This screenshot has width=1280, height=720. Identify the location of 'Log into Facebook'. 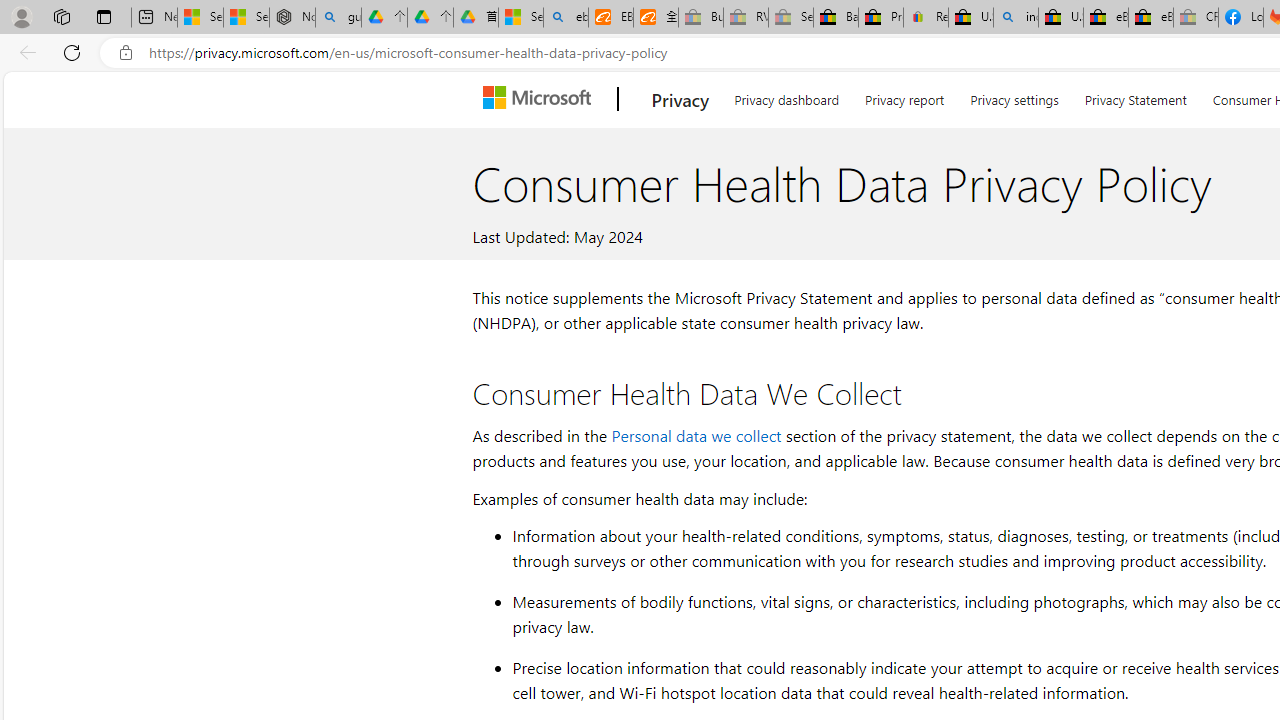
(1239, 17).